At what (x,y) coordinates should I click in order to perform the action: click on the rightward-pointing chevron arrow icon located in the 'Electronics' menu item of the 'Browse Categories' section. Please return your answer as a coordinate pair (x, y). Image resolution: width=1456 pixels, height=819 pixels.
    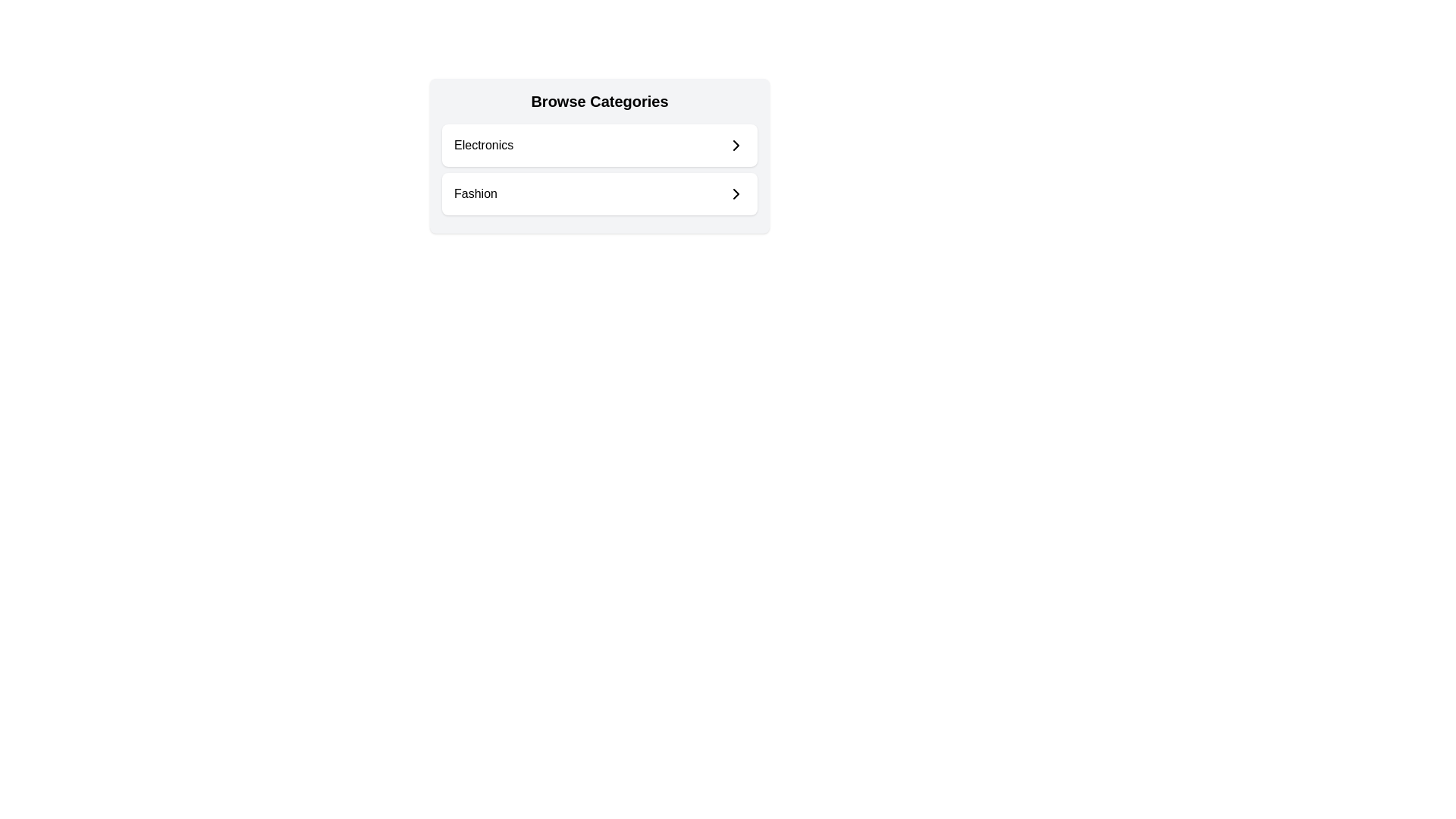
    Looking at the image, I should click on (736, 146).